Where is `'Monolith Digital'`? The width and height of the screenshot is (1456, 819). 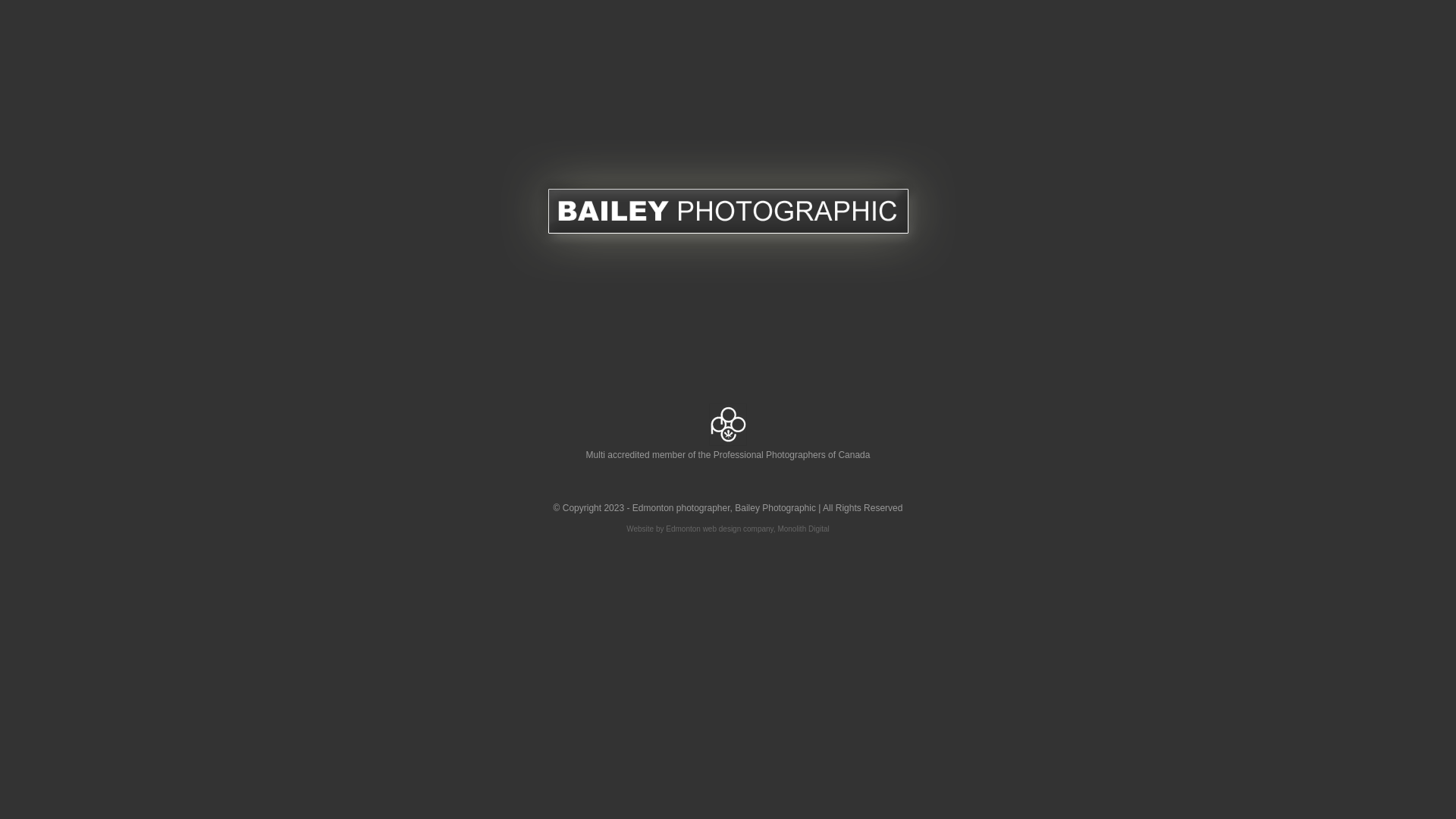 'Monolith Digital' is located at coordinates (802, 528).